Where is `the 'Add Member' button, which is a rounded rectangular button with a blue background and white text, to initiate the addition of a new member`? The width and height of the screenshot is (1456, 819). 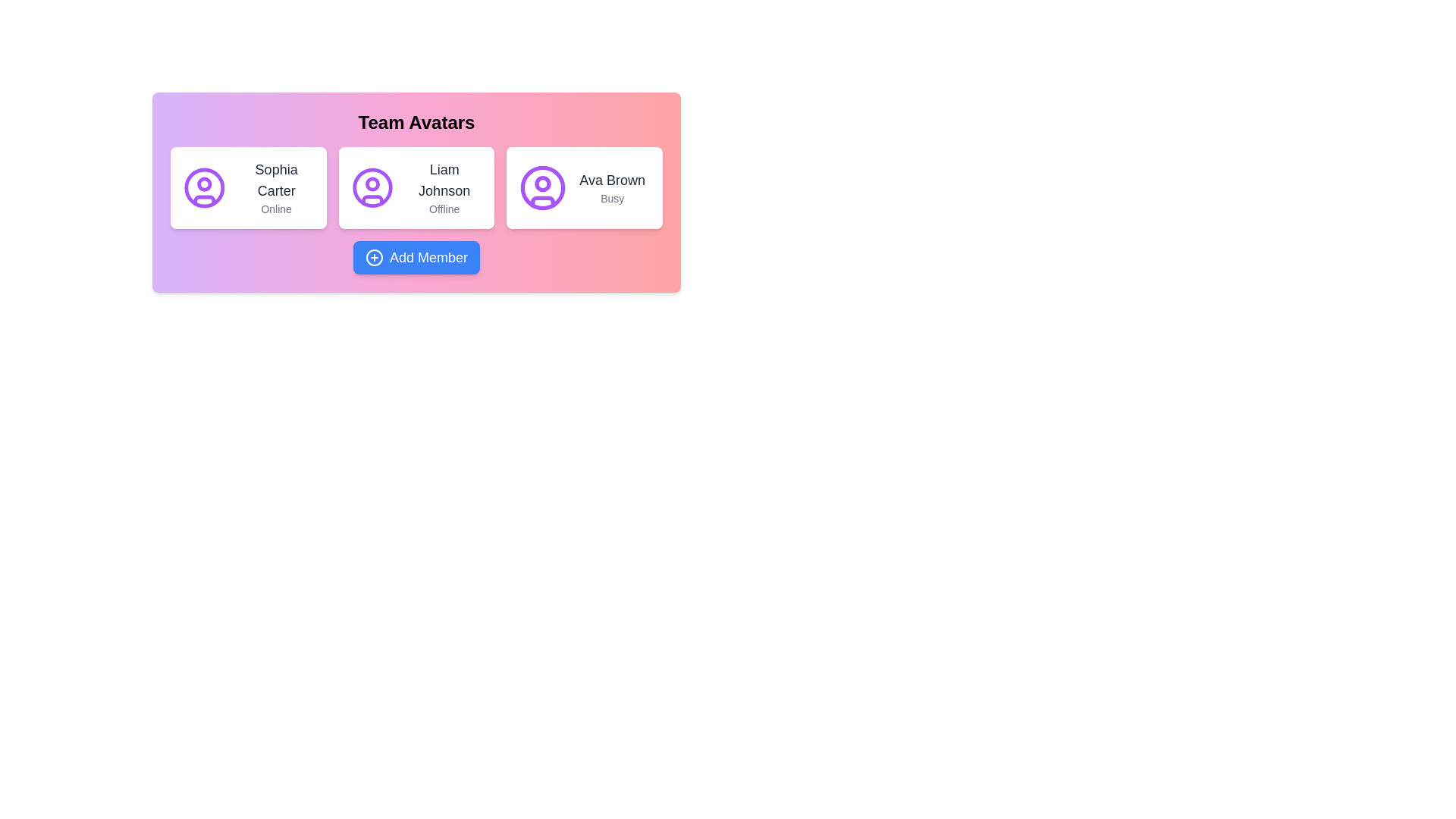 the 'Add Member' button, which is a rounded rectangular button with a blue background and white text, to initiate the addition of a new member is located at coordinates (416, 256).